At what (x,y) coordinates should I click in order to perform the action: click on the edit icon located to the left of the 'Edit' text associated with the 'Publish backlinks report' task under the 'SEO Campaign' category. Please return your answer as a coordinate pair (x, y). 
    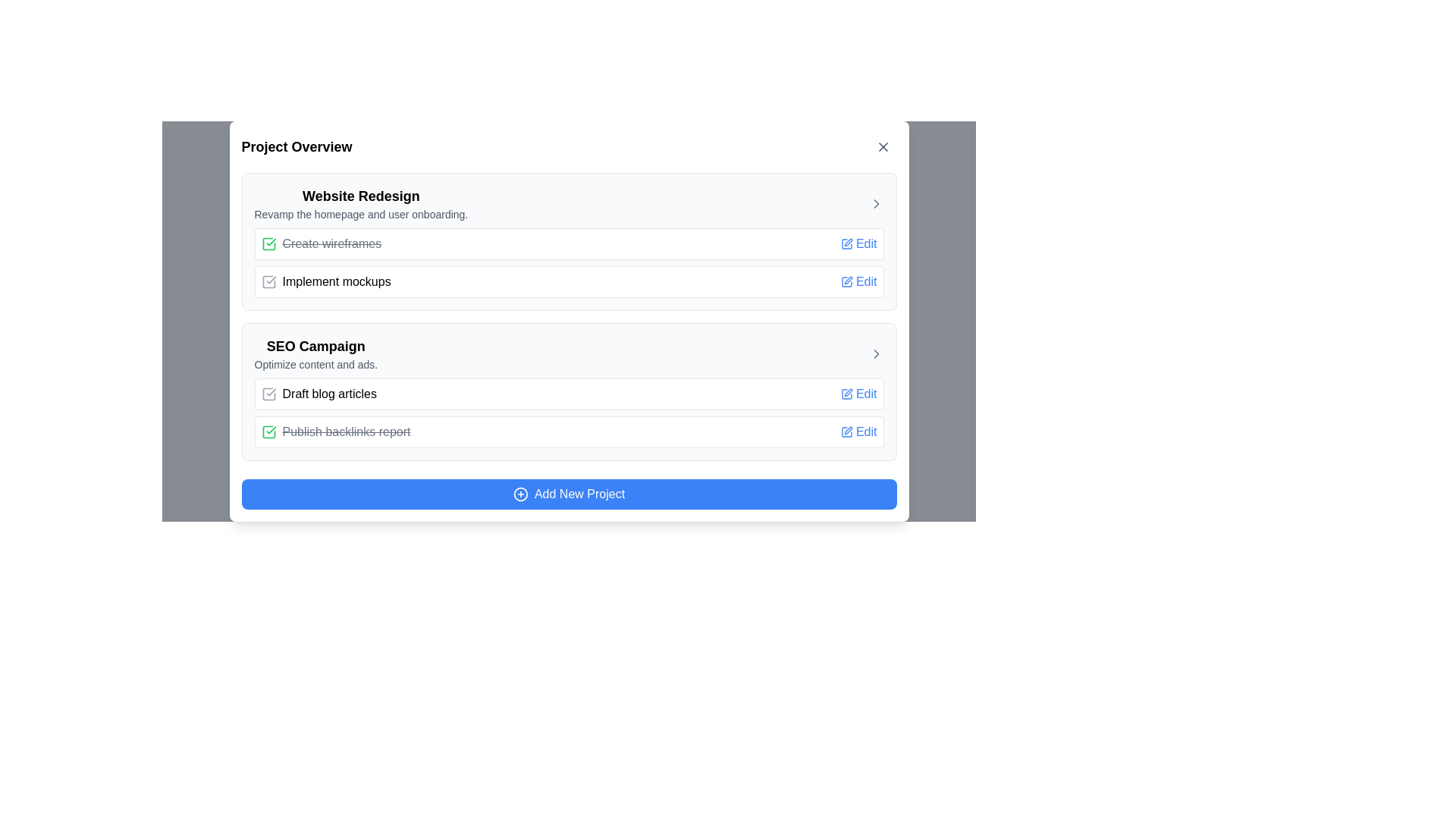
    Looking at the image, I should click on (846, 394).